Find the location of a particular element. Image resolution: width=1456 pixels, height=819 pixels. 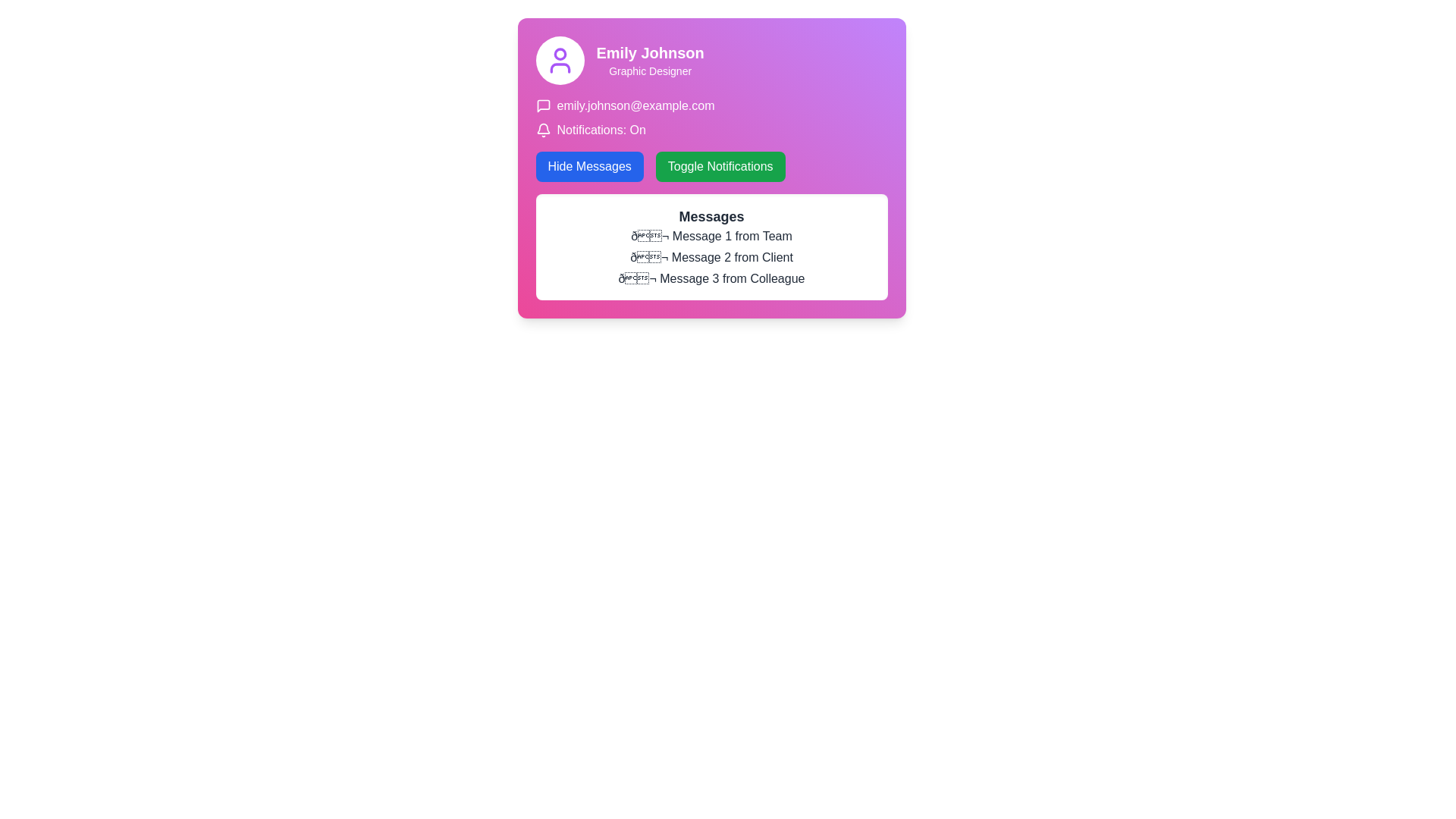

the user icon, which is a purple pictogram styled as a user figure located in the top-left corner of the profile card is located at coordinates (559, 60).